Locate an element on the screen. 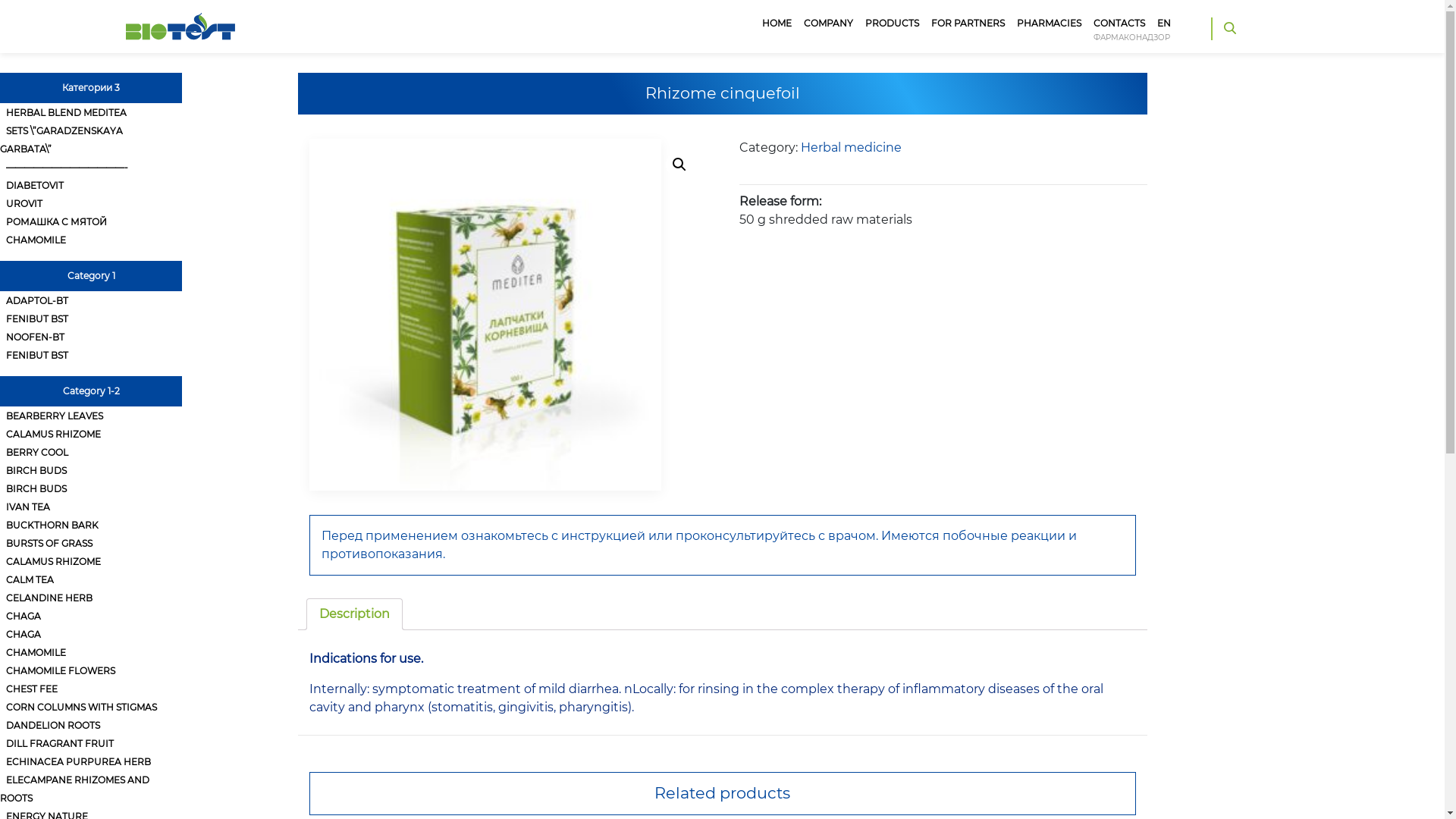 The height and width of the screenshot is (819, 1456). 'CELANDINE HERB' is located at coordinates (49, 597).